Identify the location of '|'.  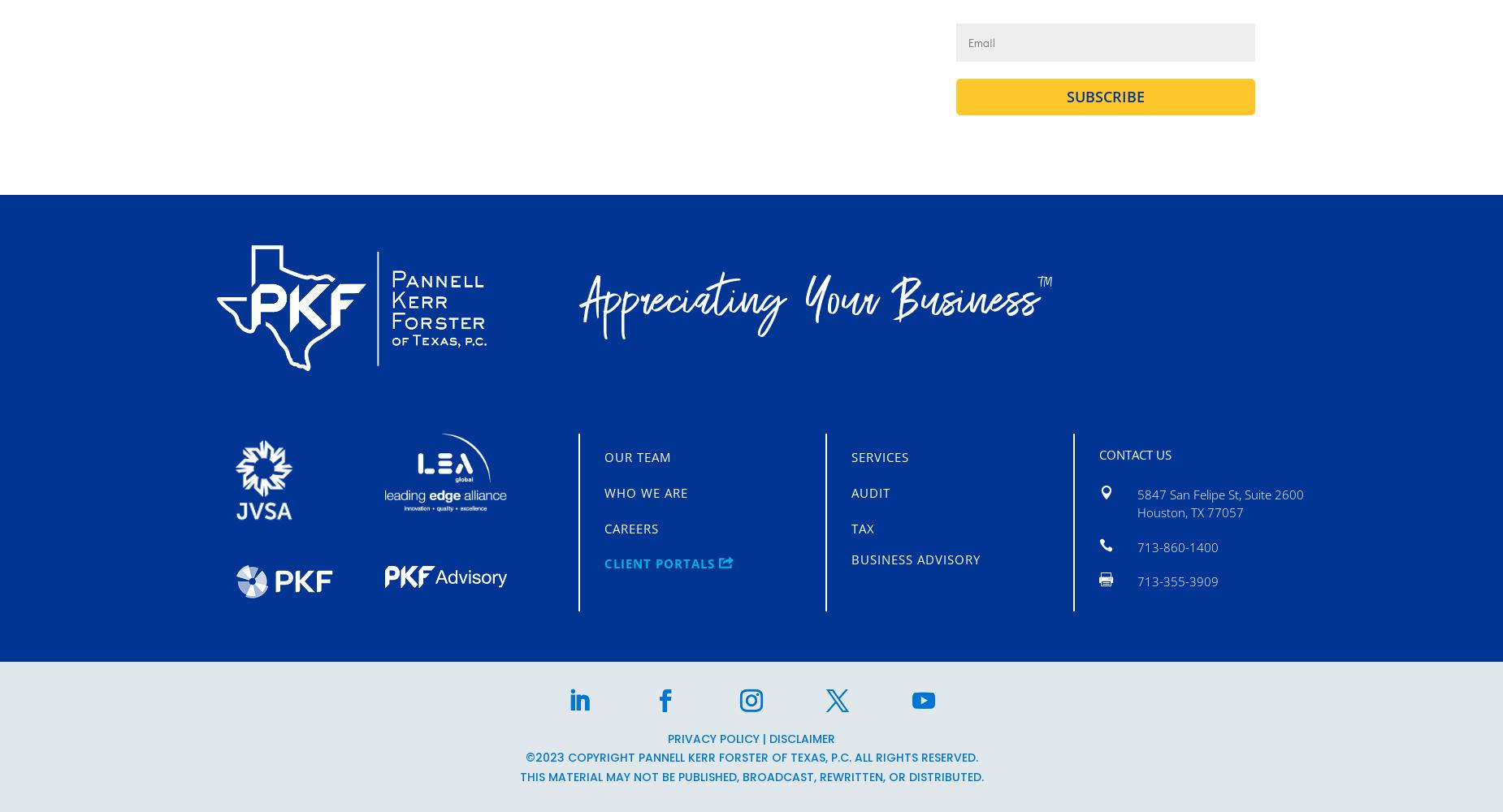
(763, 738).